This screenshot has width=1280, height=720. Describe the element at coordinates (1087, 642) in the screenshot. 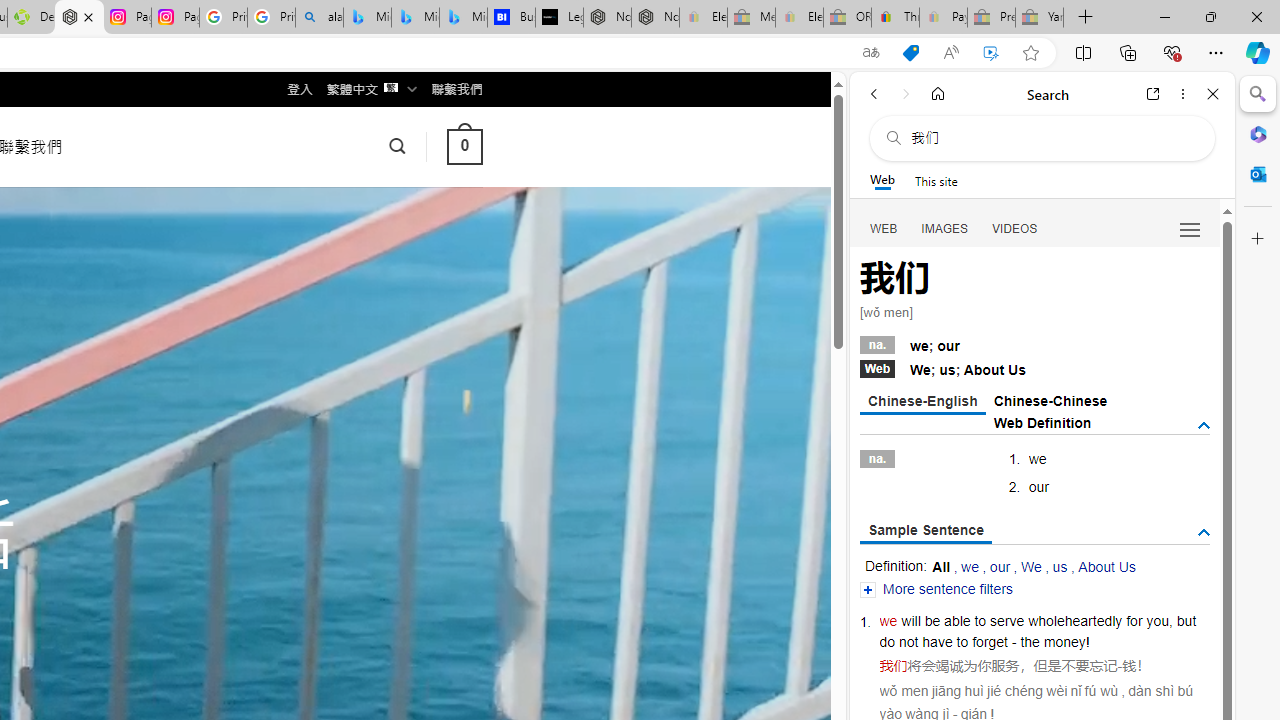

I see `'!'` at that location.